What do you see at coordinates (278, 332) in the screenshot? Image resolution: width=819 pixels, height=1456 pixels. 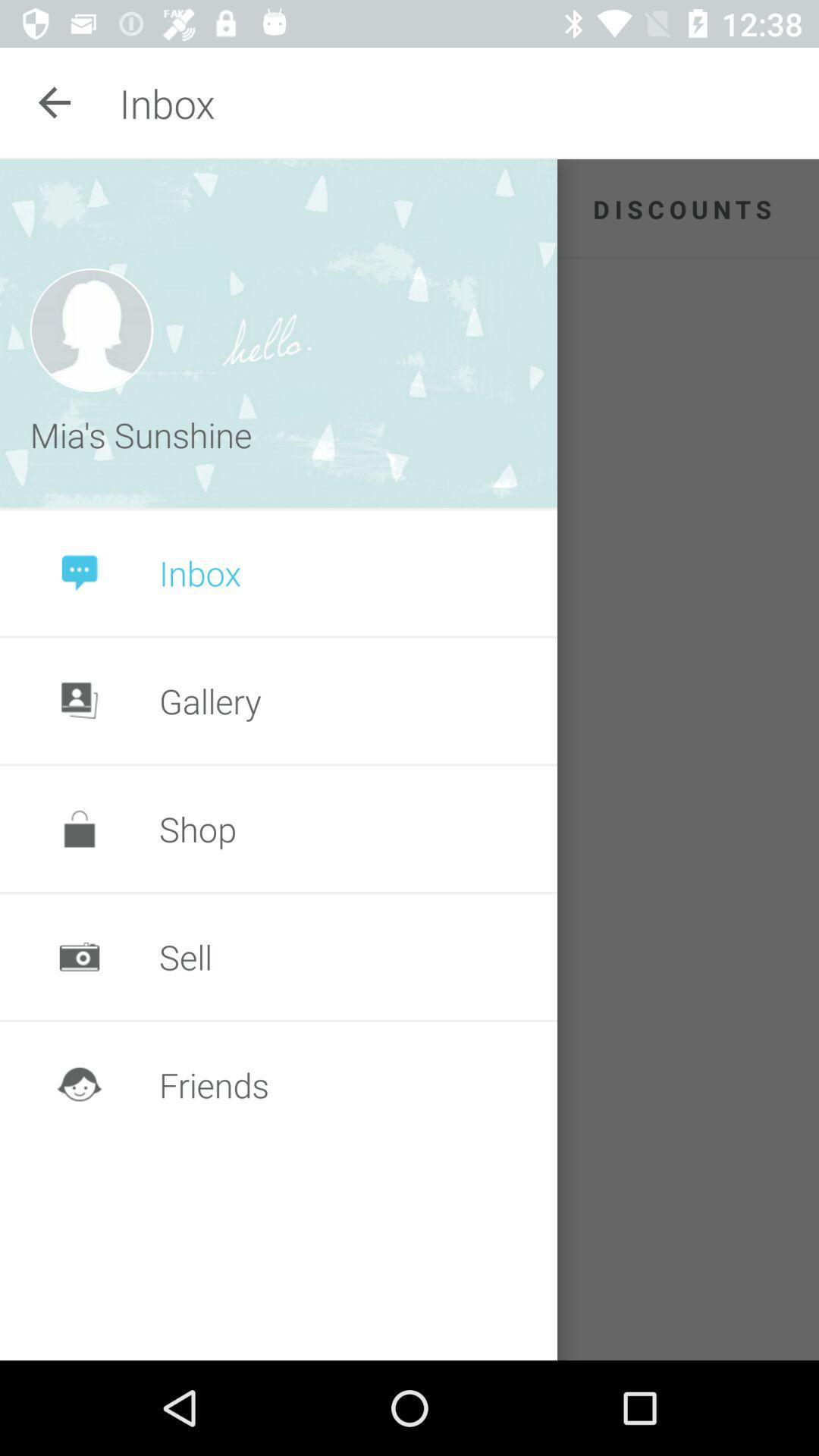 I see `the icon to the left of the discounts app` at bounding box center [278, 332].